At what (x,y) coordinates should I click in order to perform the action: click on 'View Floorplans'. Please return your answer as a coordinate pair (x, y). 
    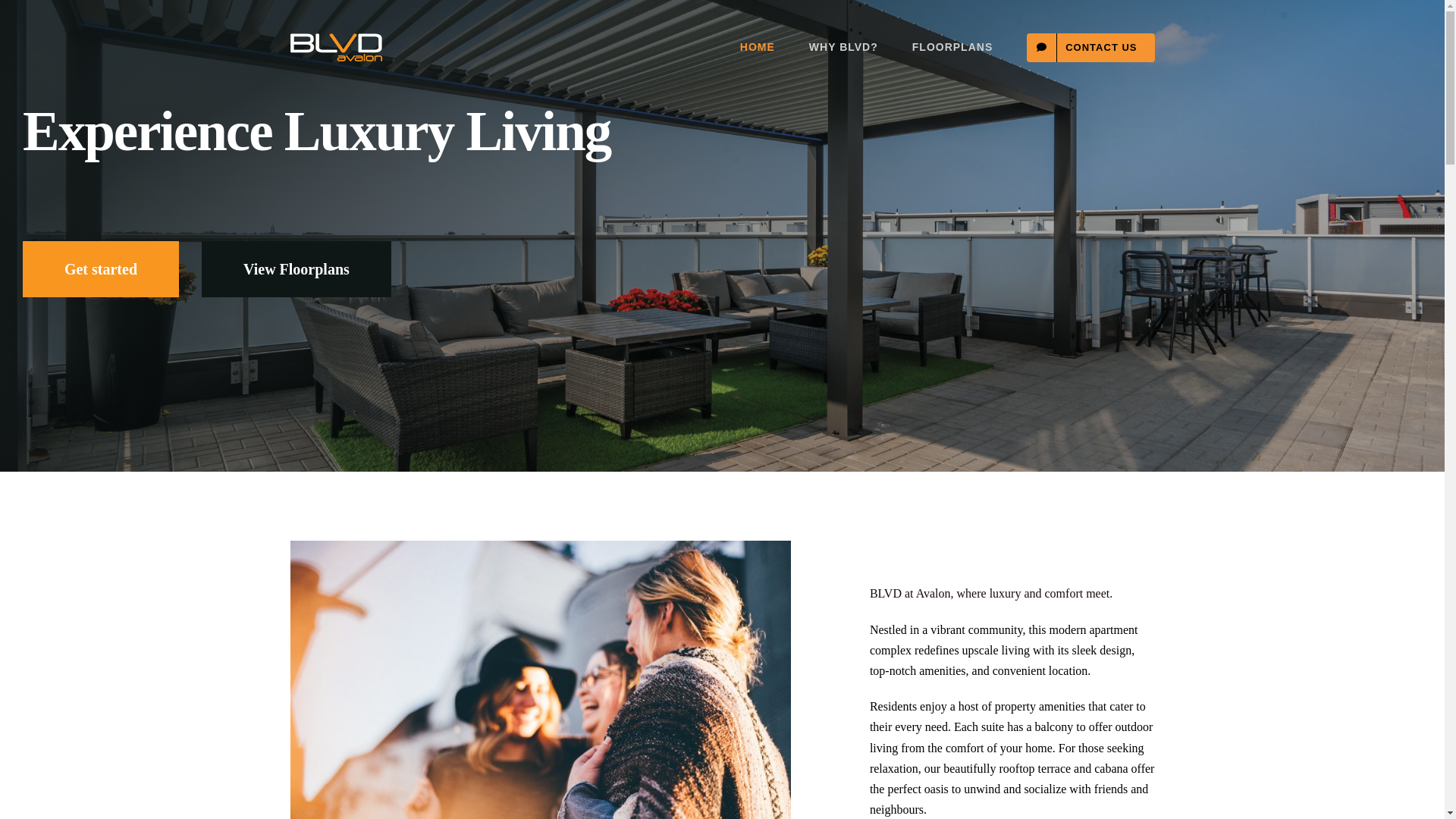
    Looking at the image, I should click on (200, 268).